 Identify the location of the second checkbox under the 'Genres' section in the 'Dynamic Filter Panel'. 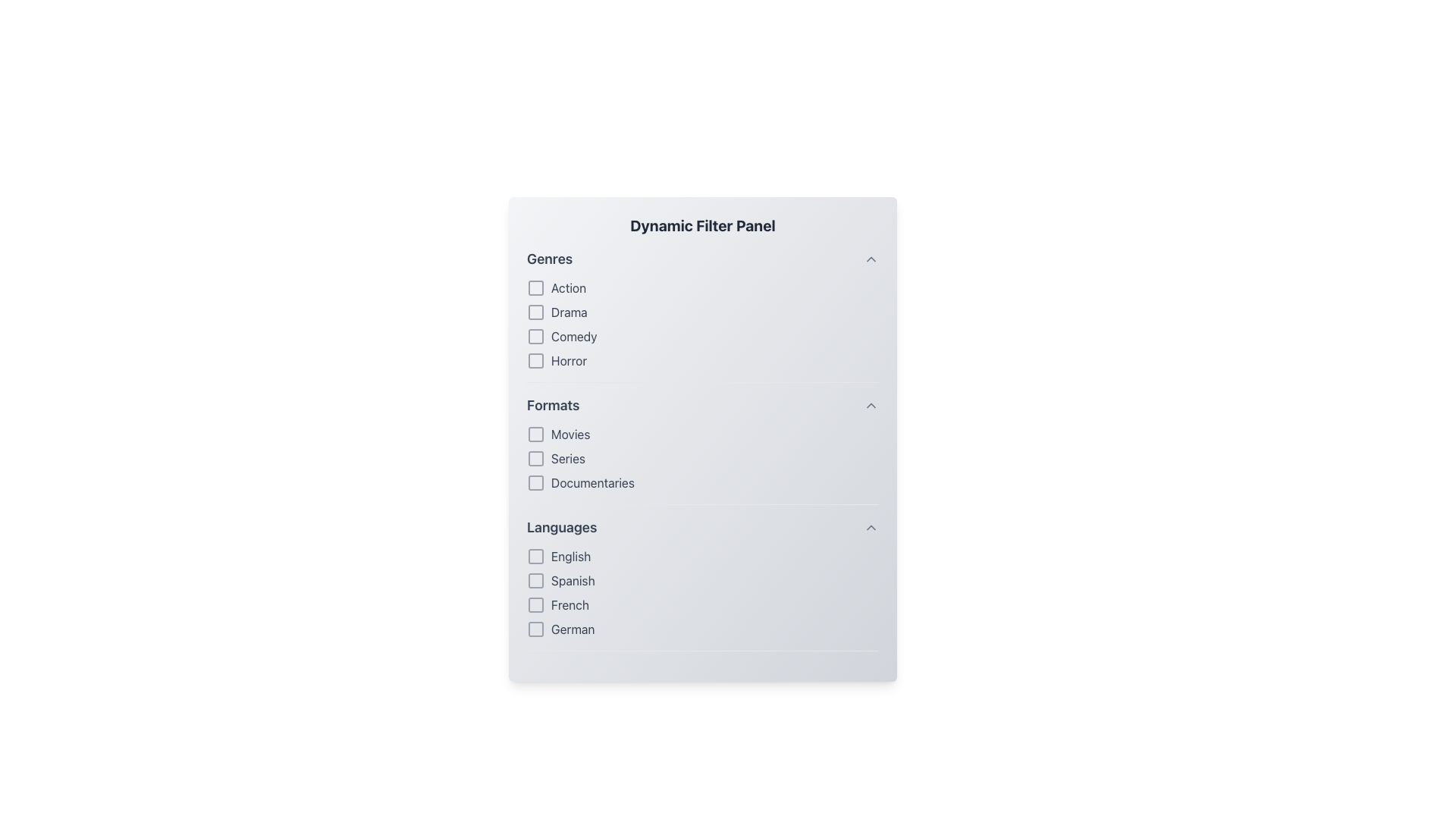
(535, 312).